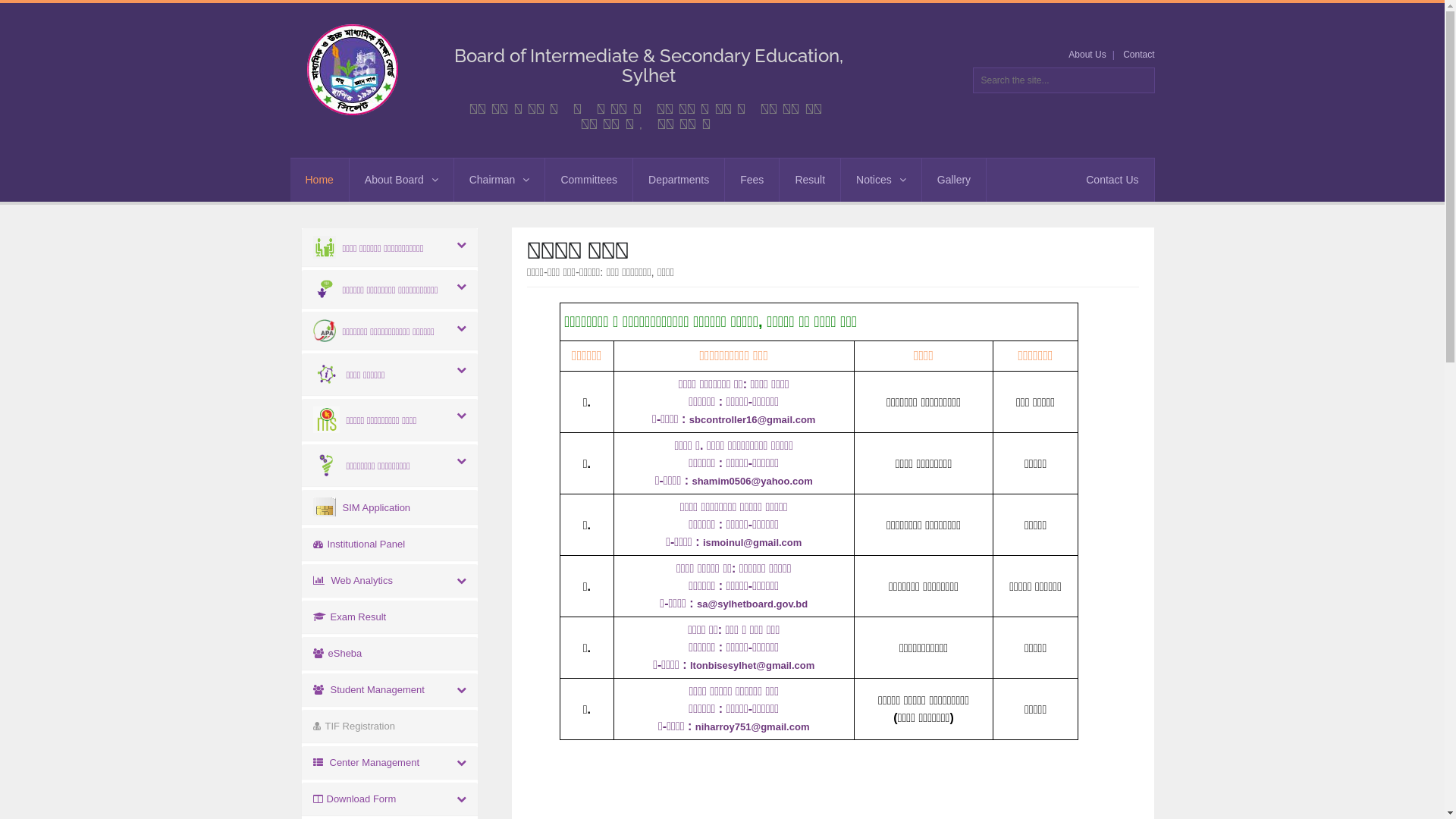 The width and height of the screenshot is (1456, 819). Describe the element at coordinates (779, 179) in the screenshot. I see `'Result'` at that location.